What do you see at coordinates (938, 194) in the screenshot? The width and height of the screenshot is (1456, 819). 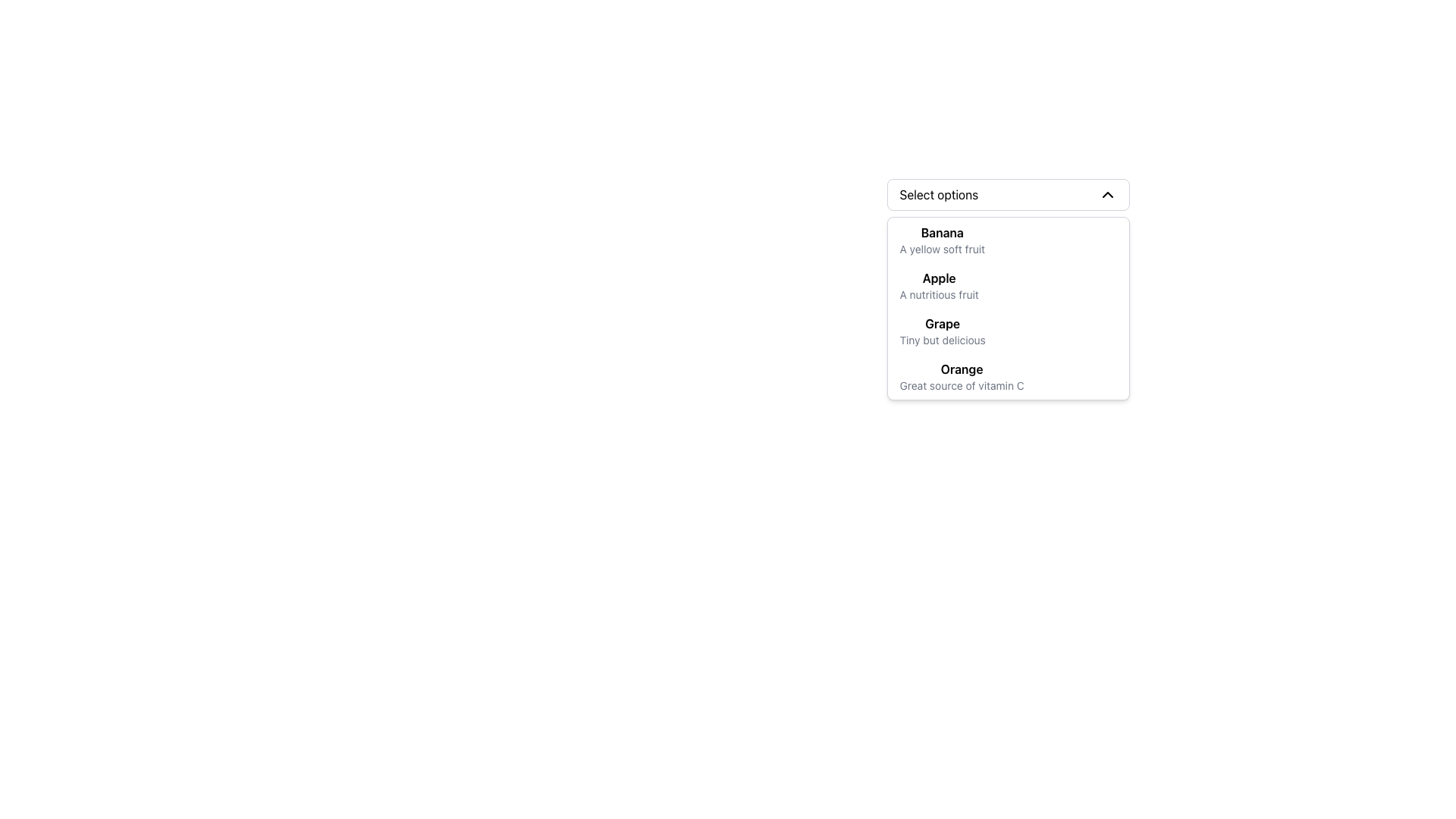 I see `the static text element that serves as the title of the dropdown menu for accessibility interactions` at bounding box center [938, 194].